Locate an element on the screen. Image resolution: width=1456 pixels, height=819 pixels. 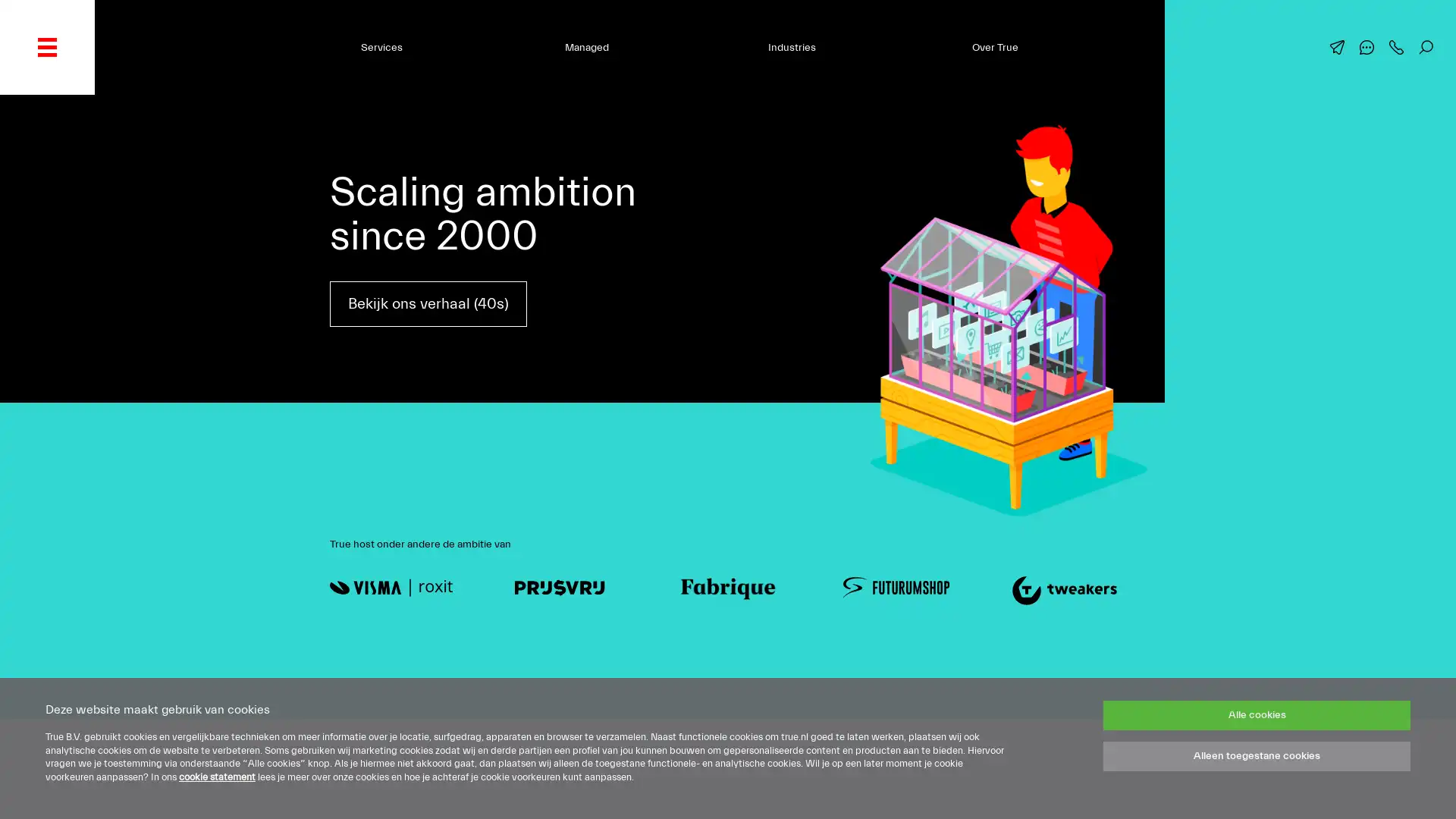
Bekijk ons verhaal (40s) is located at coordinates (428, 304).